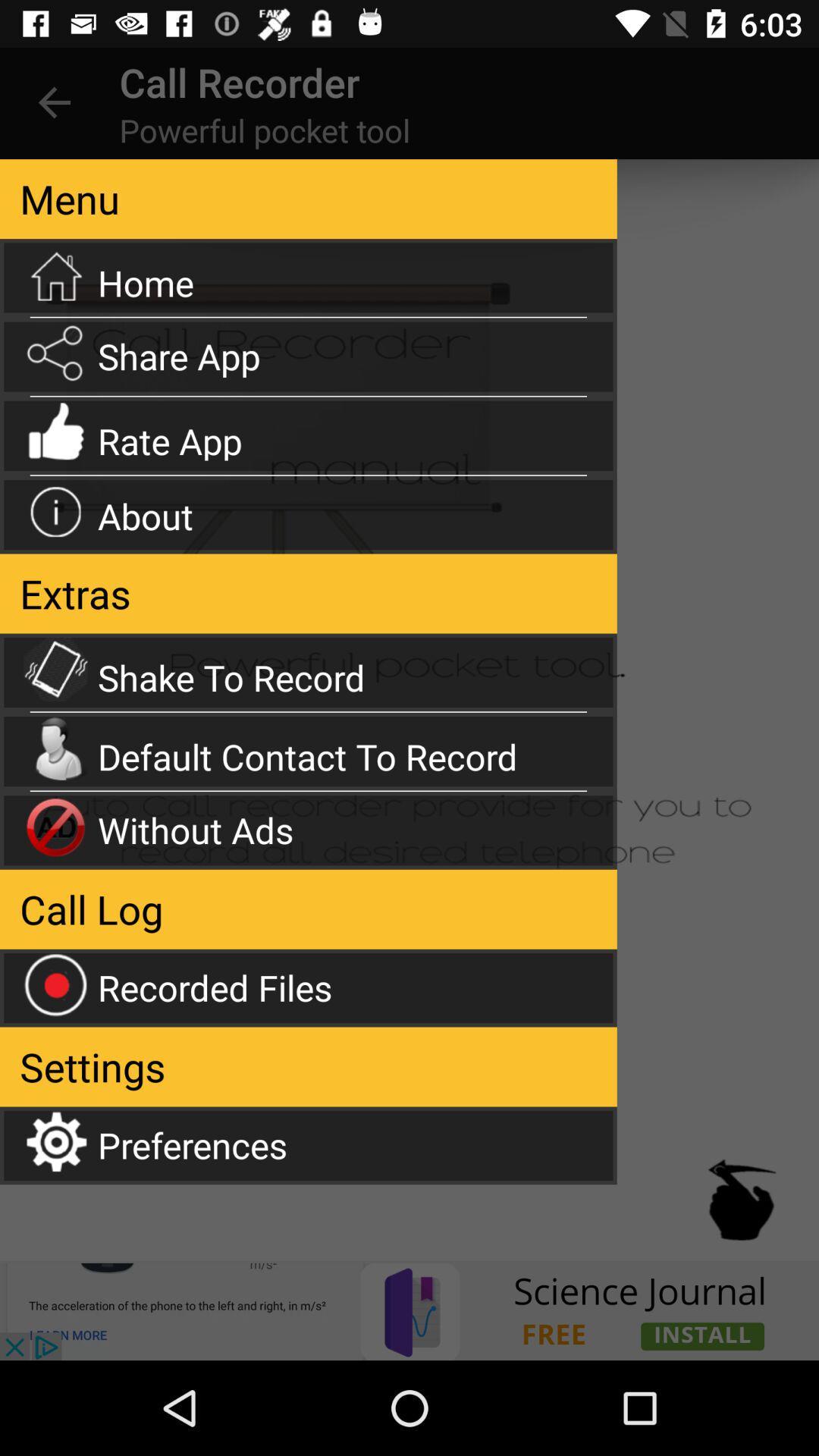 This screenshot has width=819, height=1456. I want to click on advertiser 's website, so click(409, 1310).